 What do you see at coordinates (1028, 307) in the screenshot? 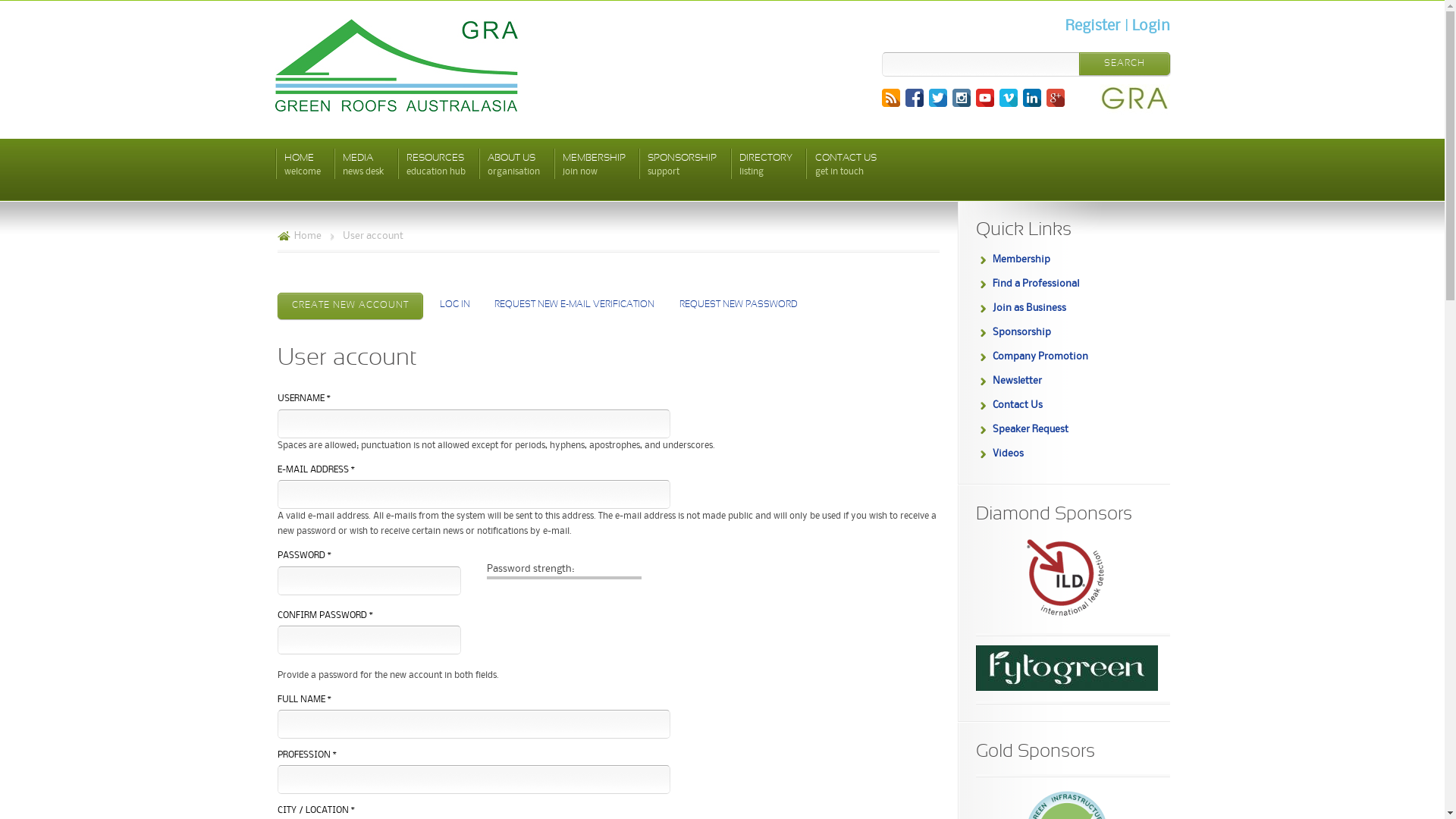
I see `'Join as Business'` at bounding box center [1028, 307].